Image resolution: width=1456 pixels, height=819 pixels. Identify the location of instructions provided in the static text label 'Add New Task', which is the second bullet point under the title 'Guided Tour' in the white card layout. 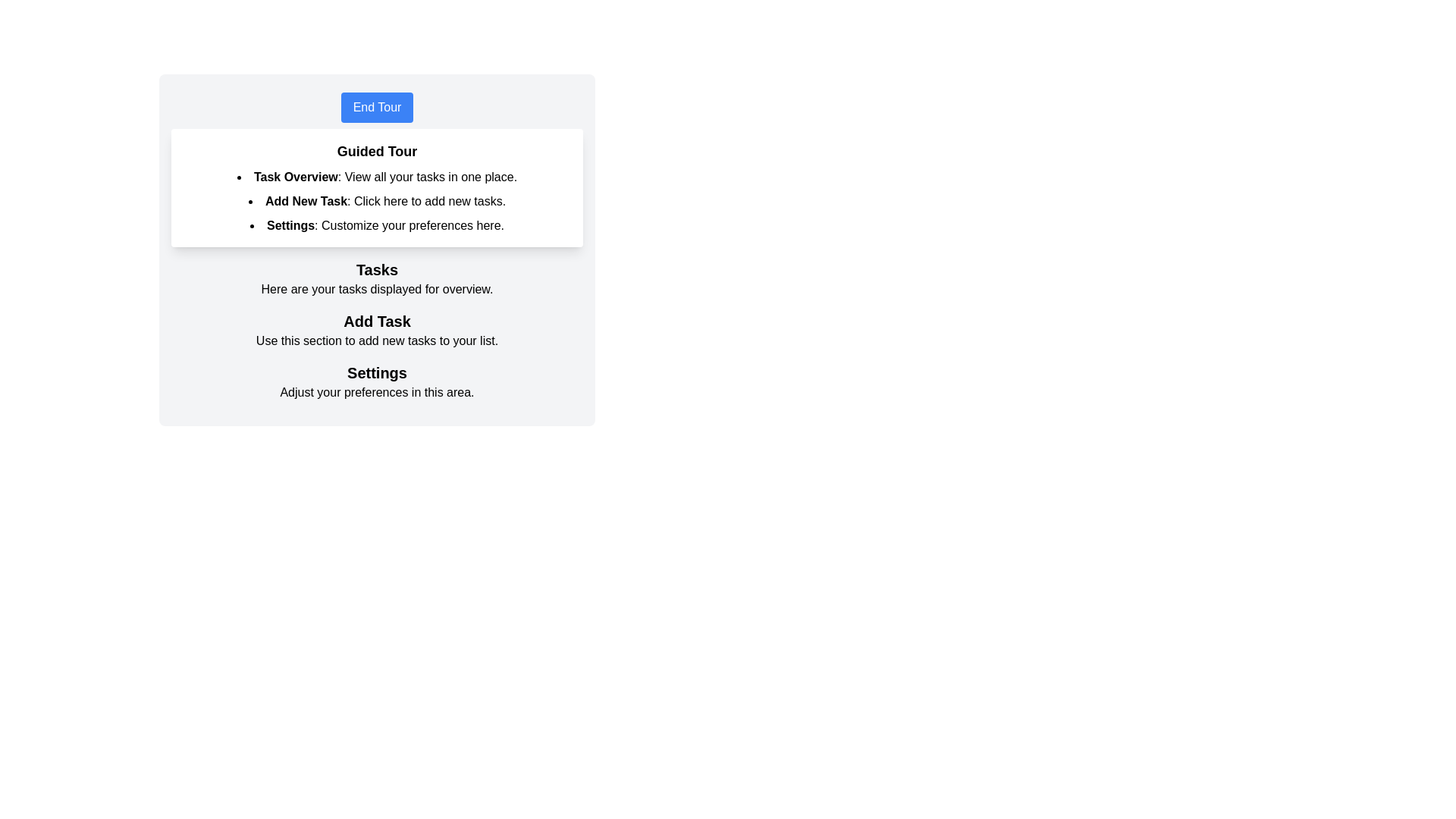
(305, 200).